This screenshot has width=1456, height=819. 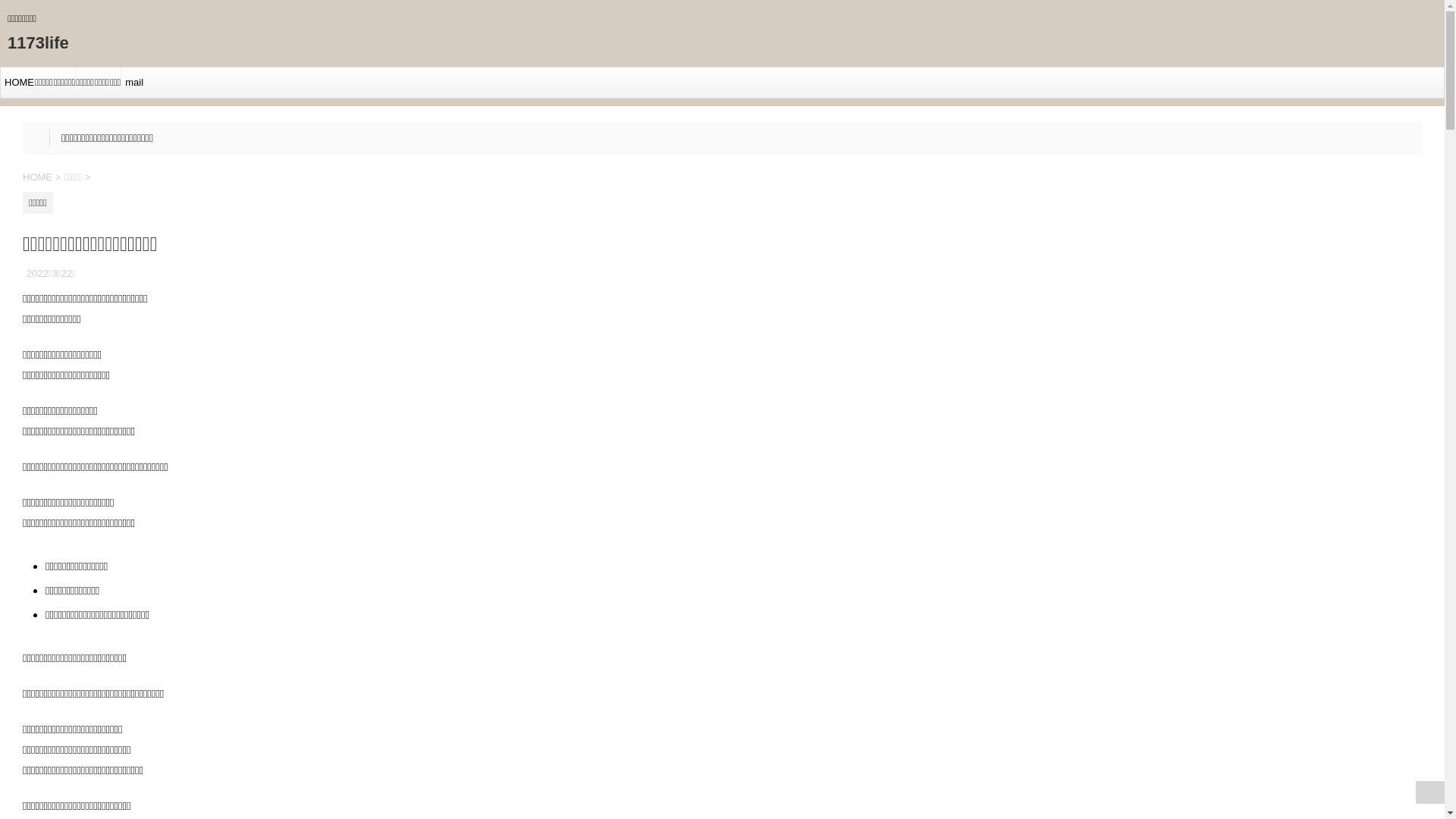 What do you see at coordinates (132, 82) in the screenshot?
I see `'mail'` at bounding box center [132, 82].